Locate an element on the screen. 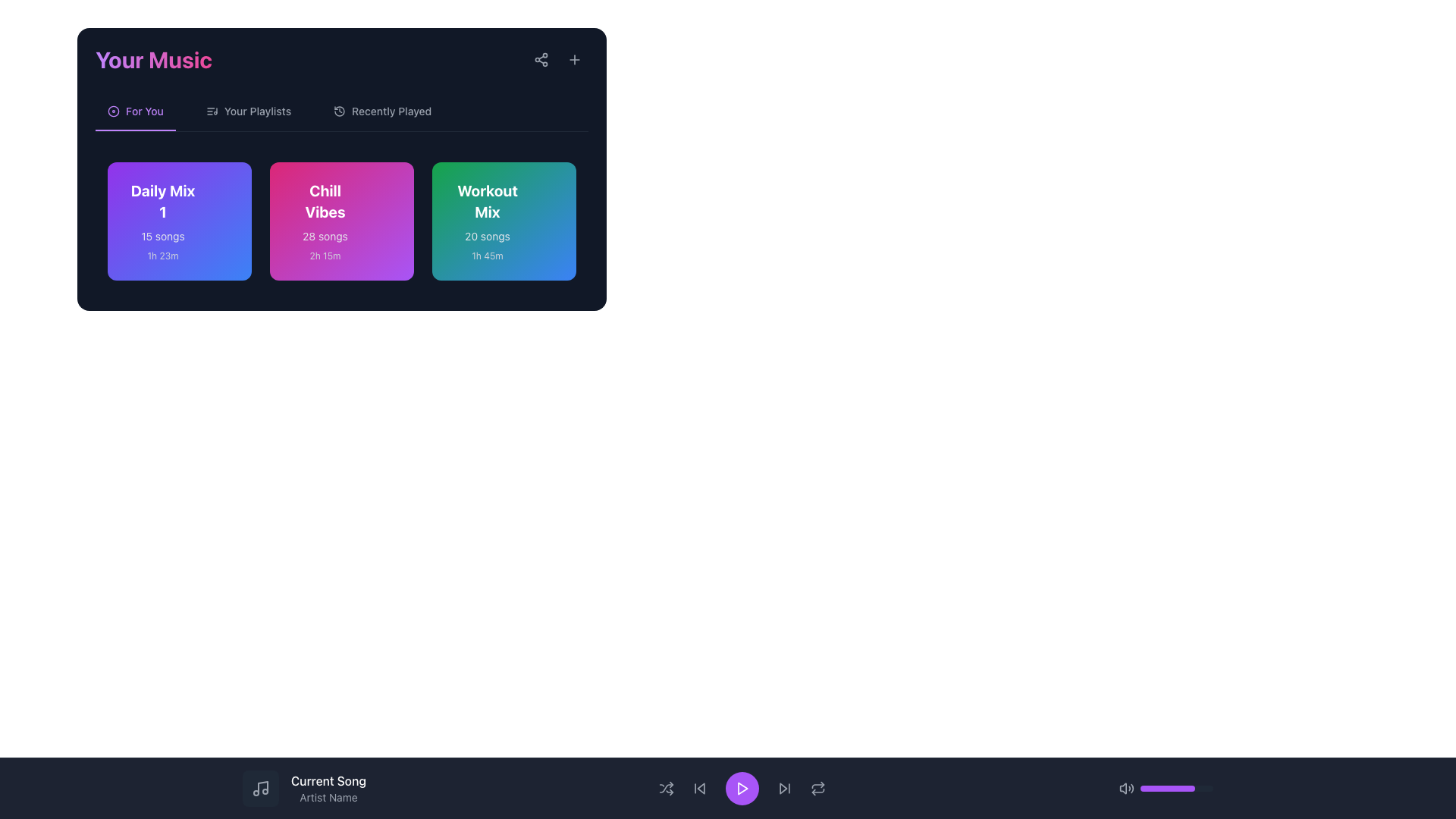  the completed portion of the progress bar segment, which visually indicates progress in a task or playback is located at coordinates (1167, 788).